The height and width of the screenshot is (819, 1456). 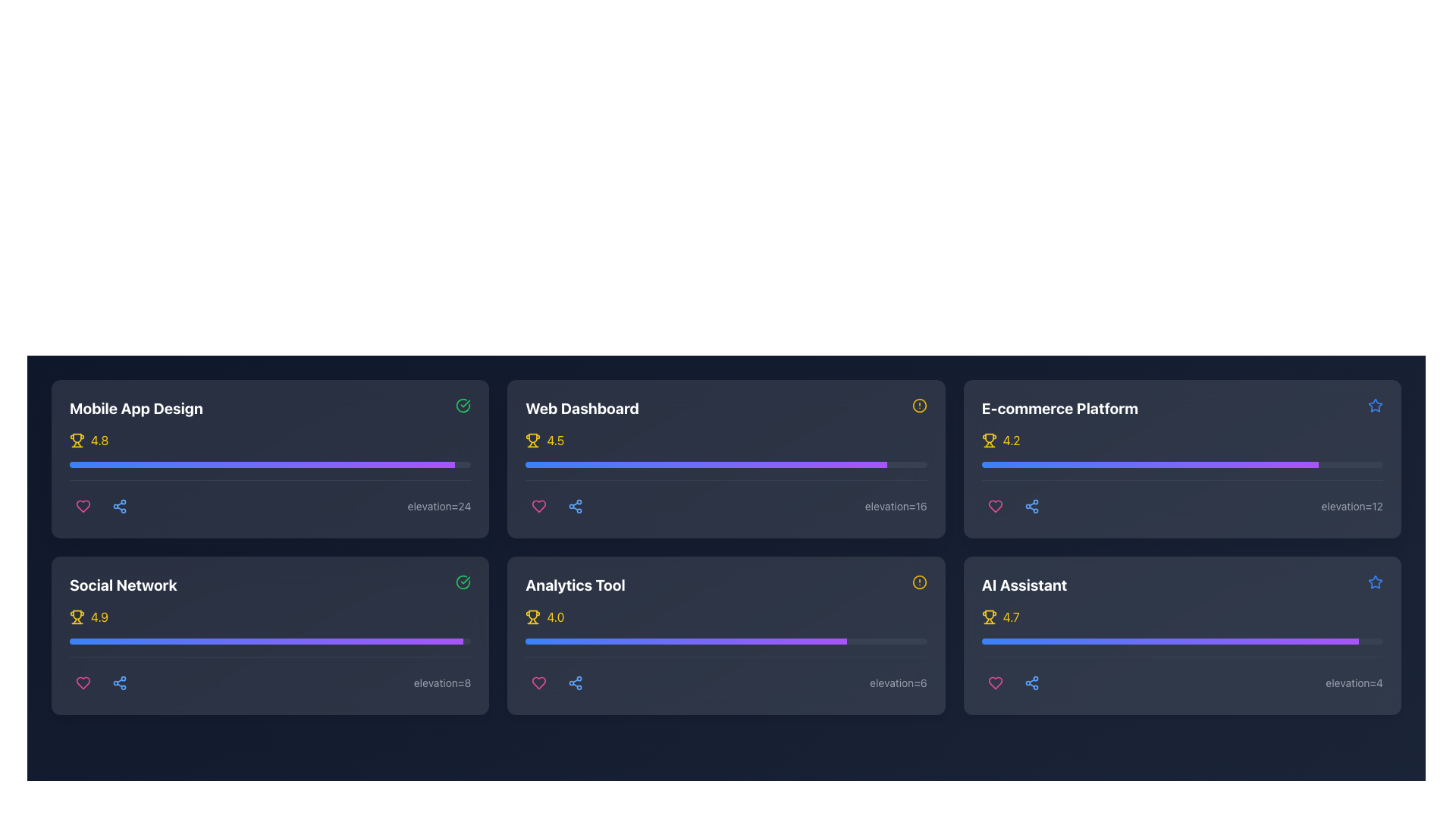 I want to click on the heart icon located at the bottom-left corner of the second card from the left in the upper row, so click(x=539, y=506).